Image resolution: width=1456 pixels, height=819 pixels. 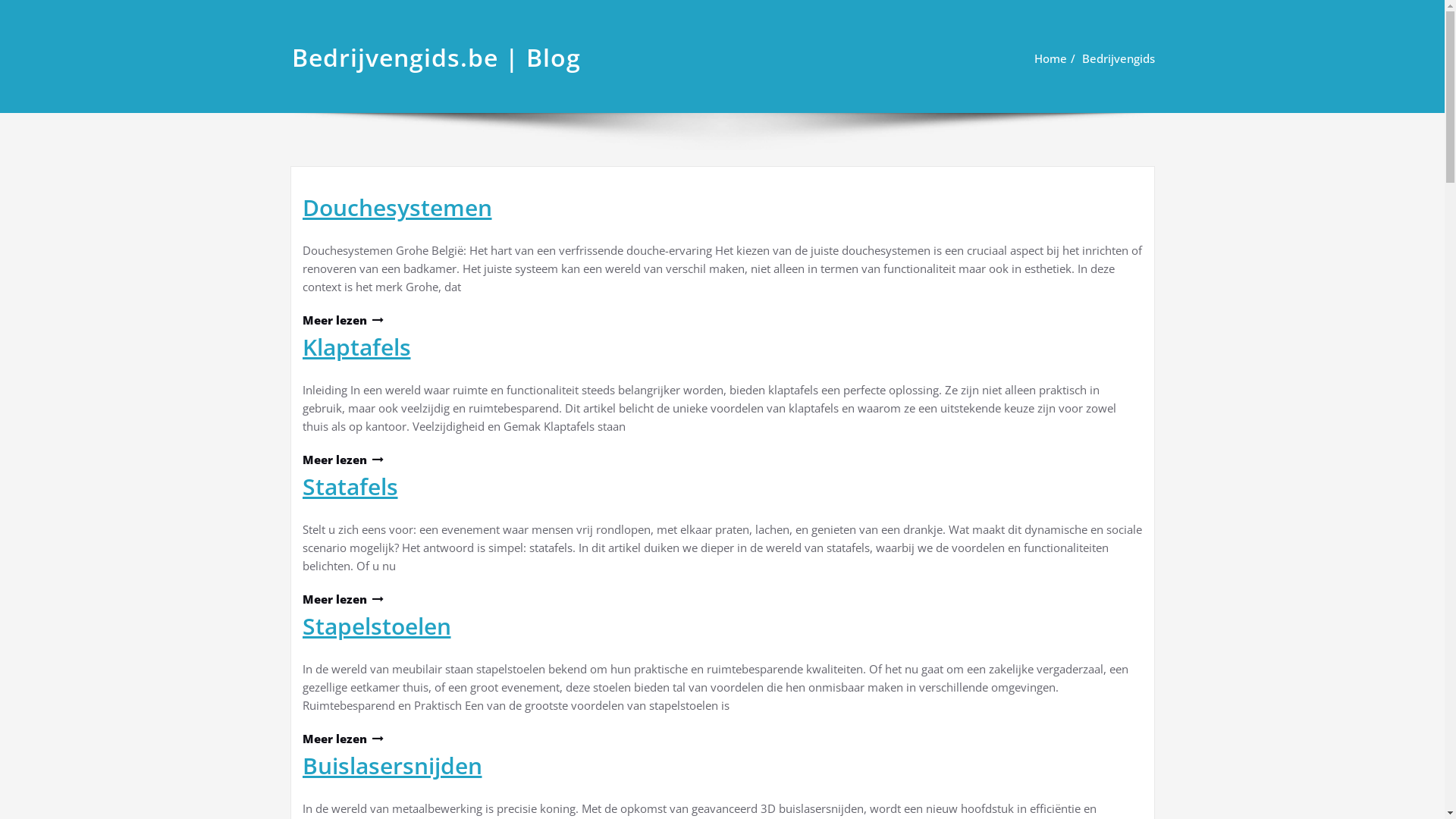 I want to click on 'Bedrijvengids', so click(x=1117, y=58).